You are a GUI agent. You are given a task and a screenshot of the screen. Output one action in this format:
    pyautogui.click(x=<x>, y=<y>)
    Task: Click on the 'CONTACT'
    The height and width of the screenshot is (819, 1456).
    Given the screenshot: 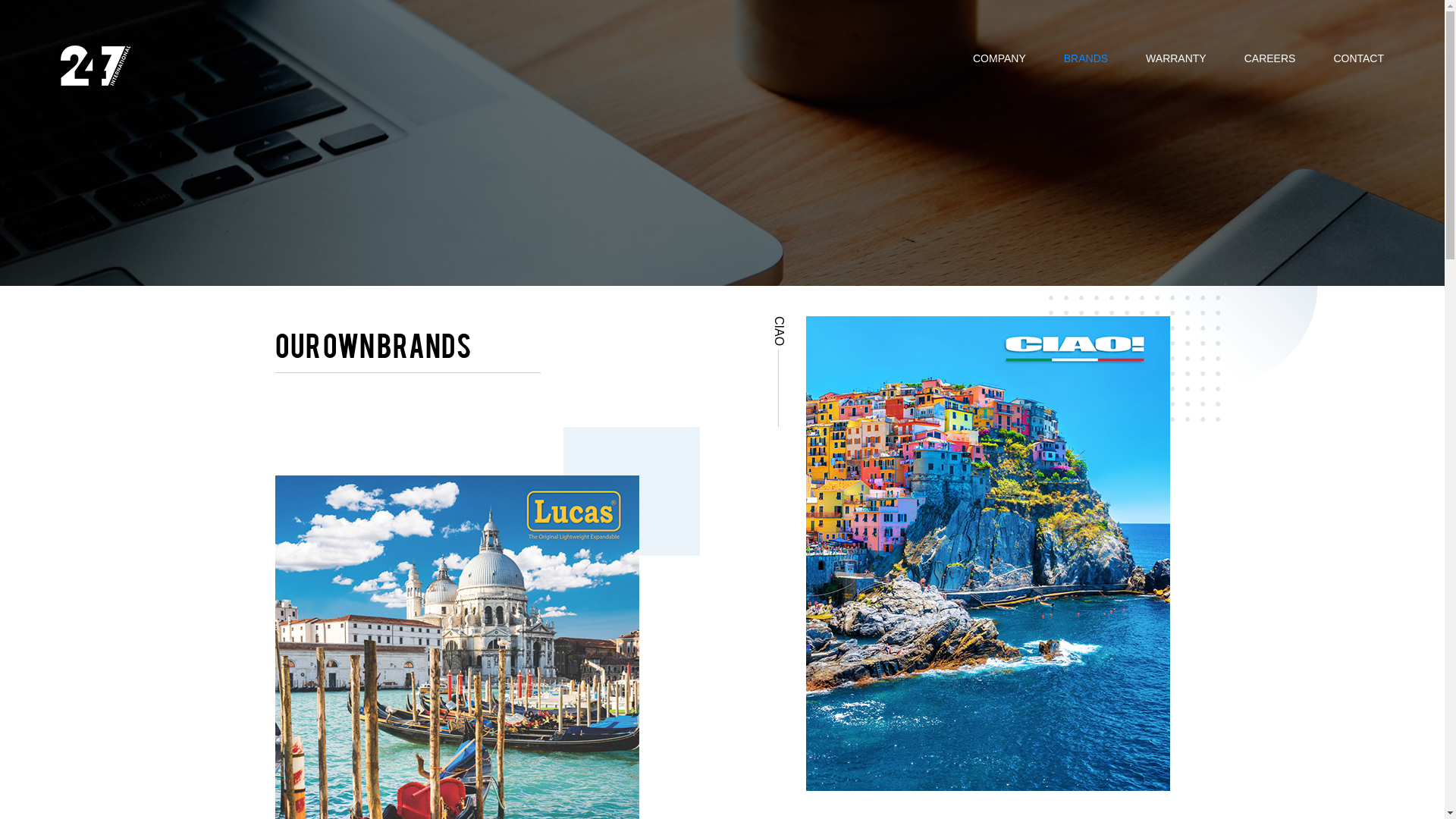 What is the action you would take?
    pyautogui.click(x=1358, y=55)
    